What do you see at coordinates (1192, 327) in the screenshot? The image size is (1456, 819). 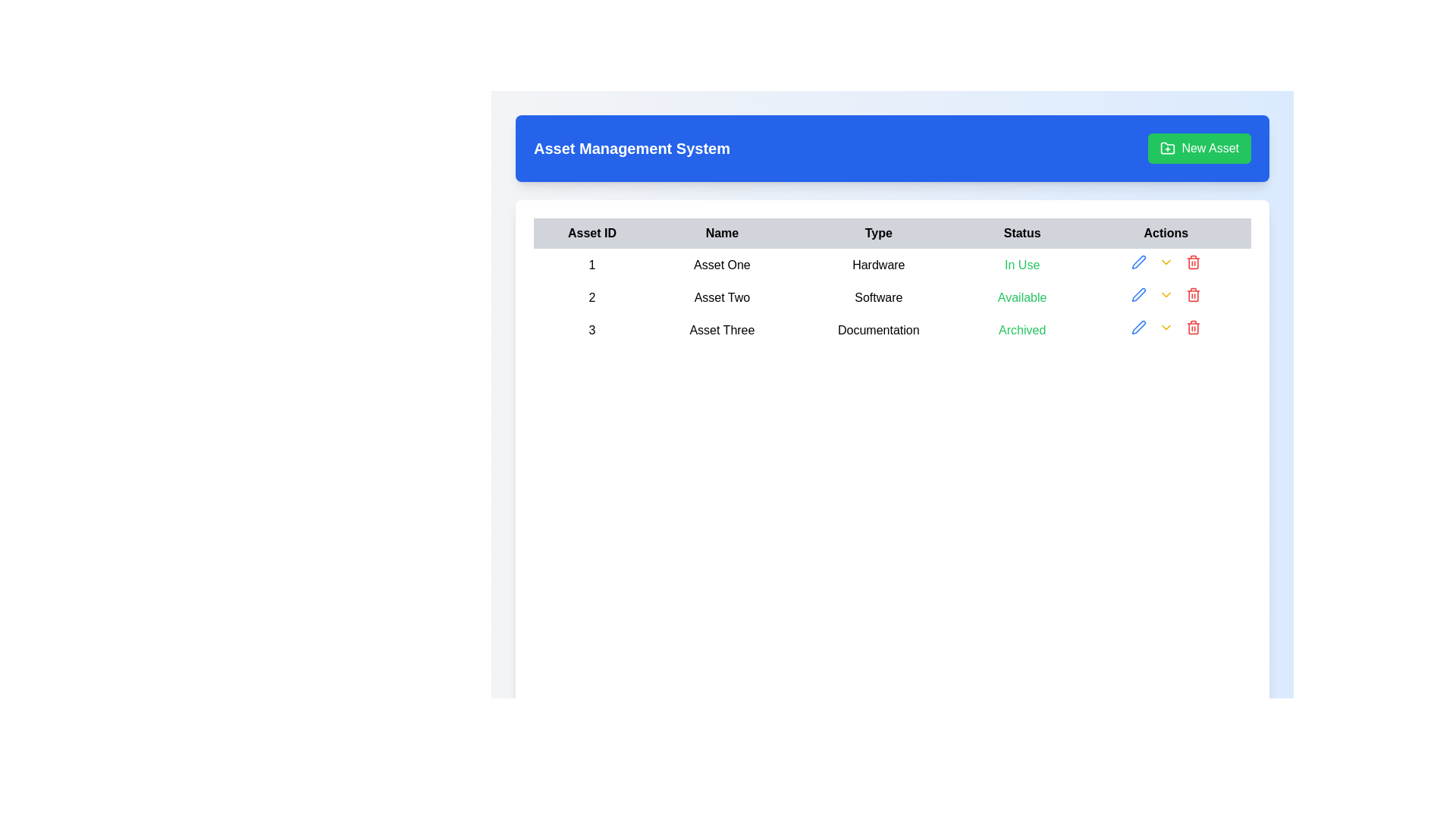 I see `the delete icon in the 'Actions' column of the last row, associated with 'Asset Three'` at bounding box center [1192, 327].